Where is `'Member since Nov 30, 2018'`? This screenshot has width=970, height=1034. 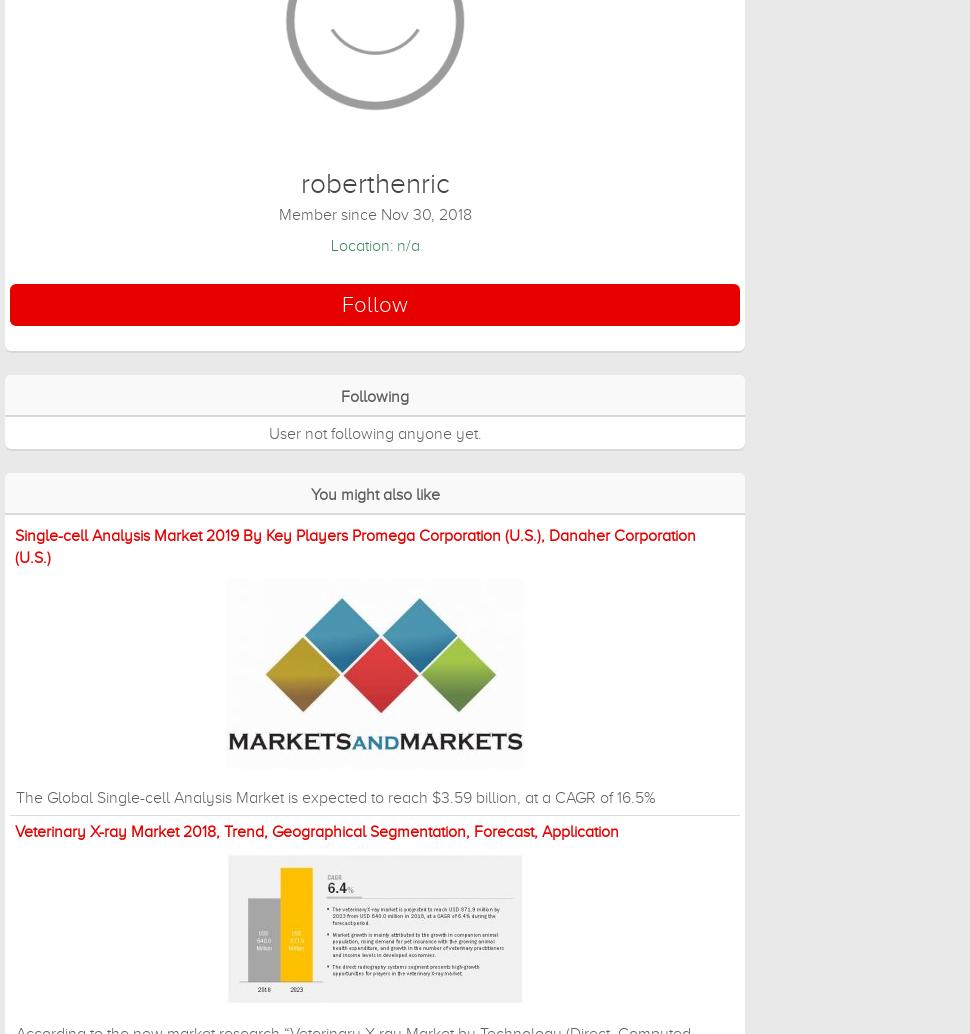 'Member since Nov 30, 2018' is located at coordinates (373, 214).